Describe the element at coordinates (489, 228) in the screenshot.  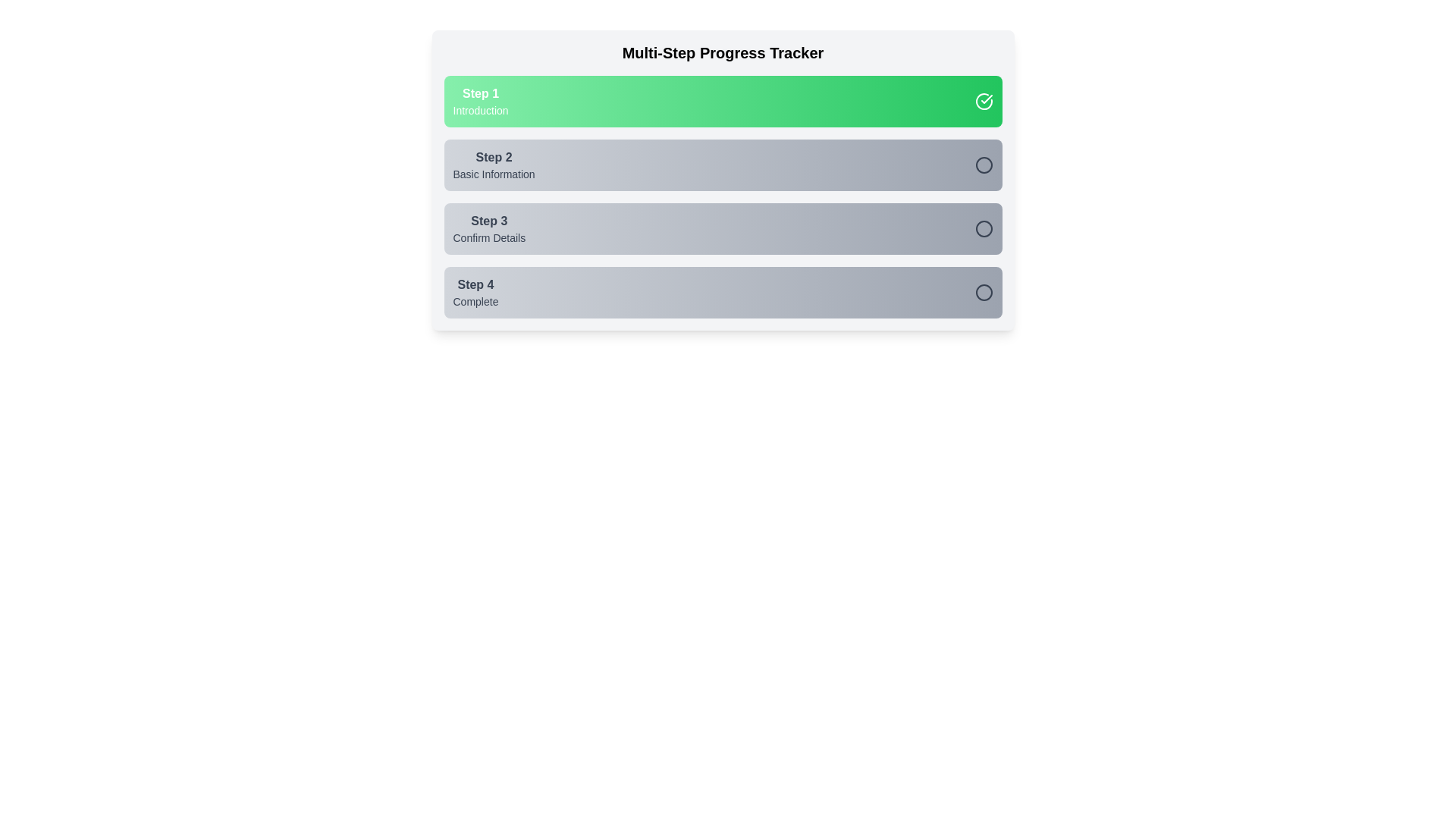
I see `the text label element that reads 'Step 3' with a smaller line below saying 'Confirm Details', which is part of a progress tracker interface` at that location.